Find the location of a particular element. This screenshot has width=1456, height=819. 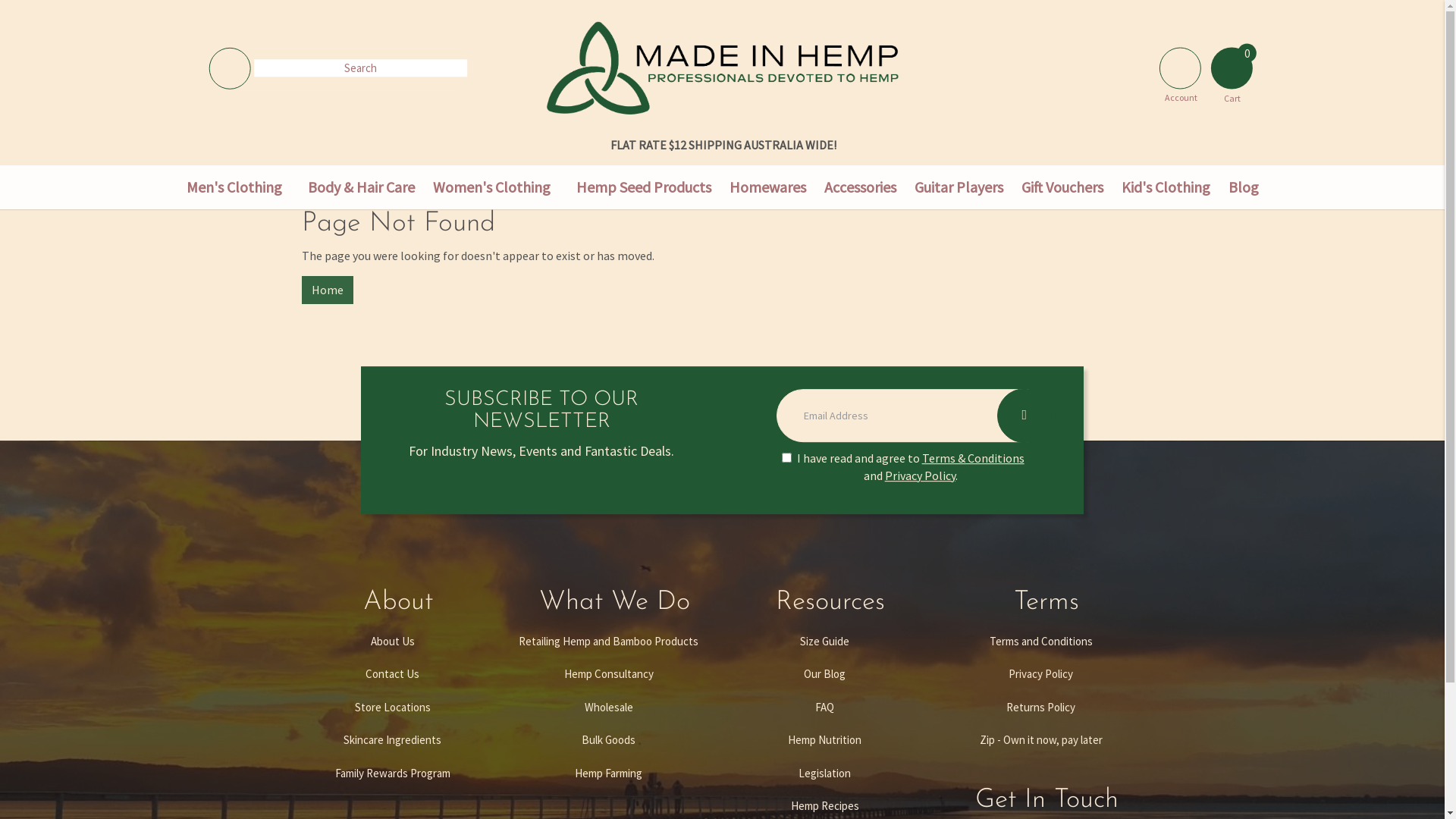

'Size Guide' is located at coordinates (823, 641).